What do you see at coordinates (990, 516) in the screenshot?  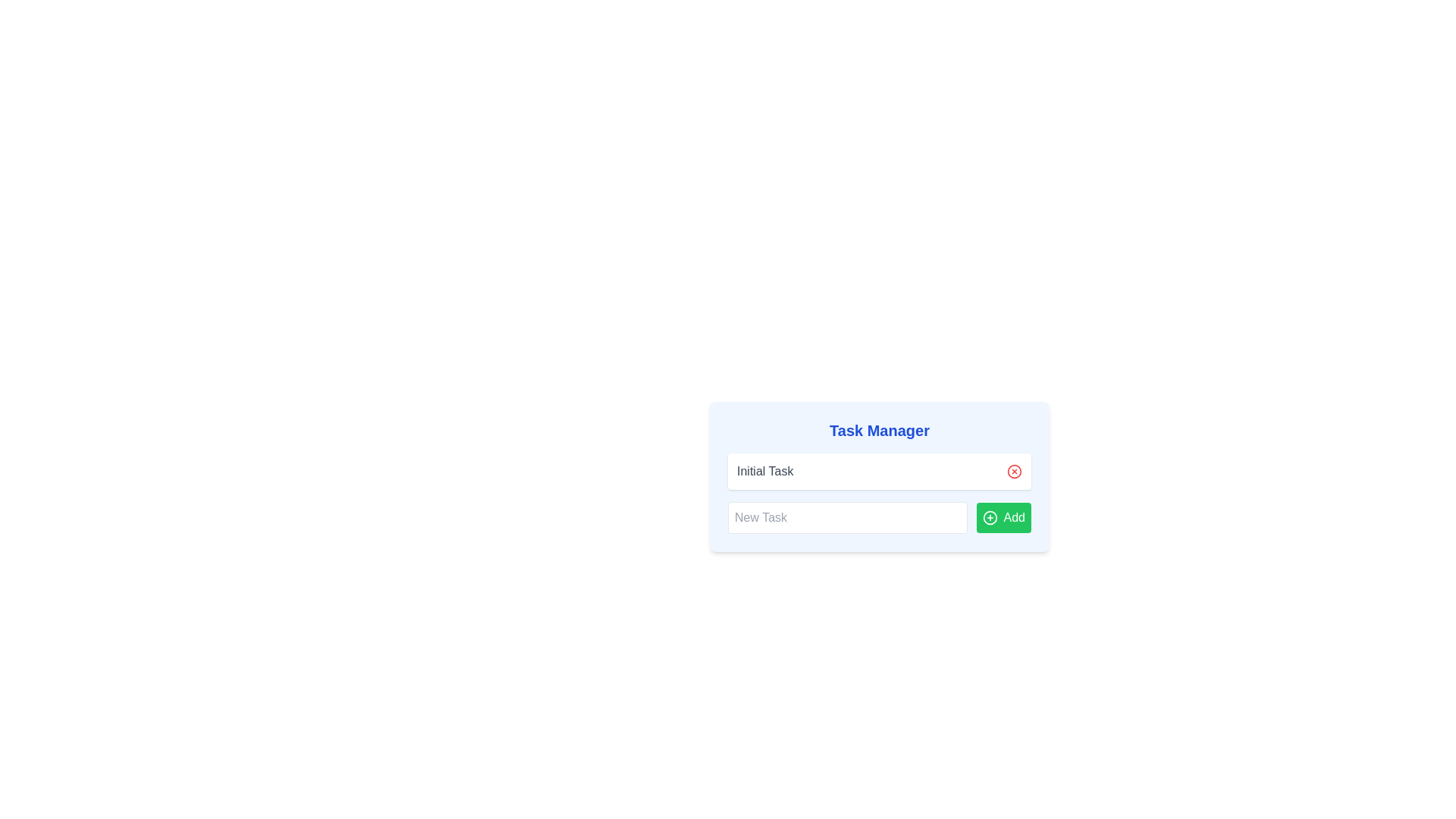 I see `the circular plus icon, which is styled with a green foreground color and located on the left side of the 'Add' button near the text 'Add'` at bounding box center [990, 516].